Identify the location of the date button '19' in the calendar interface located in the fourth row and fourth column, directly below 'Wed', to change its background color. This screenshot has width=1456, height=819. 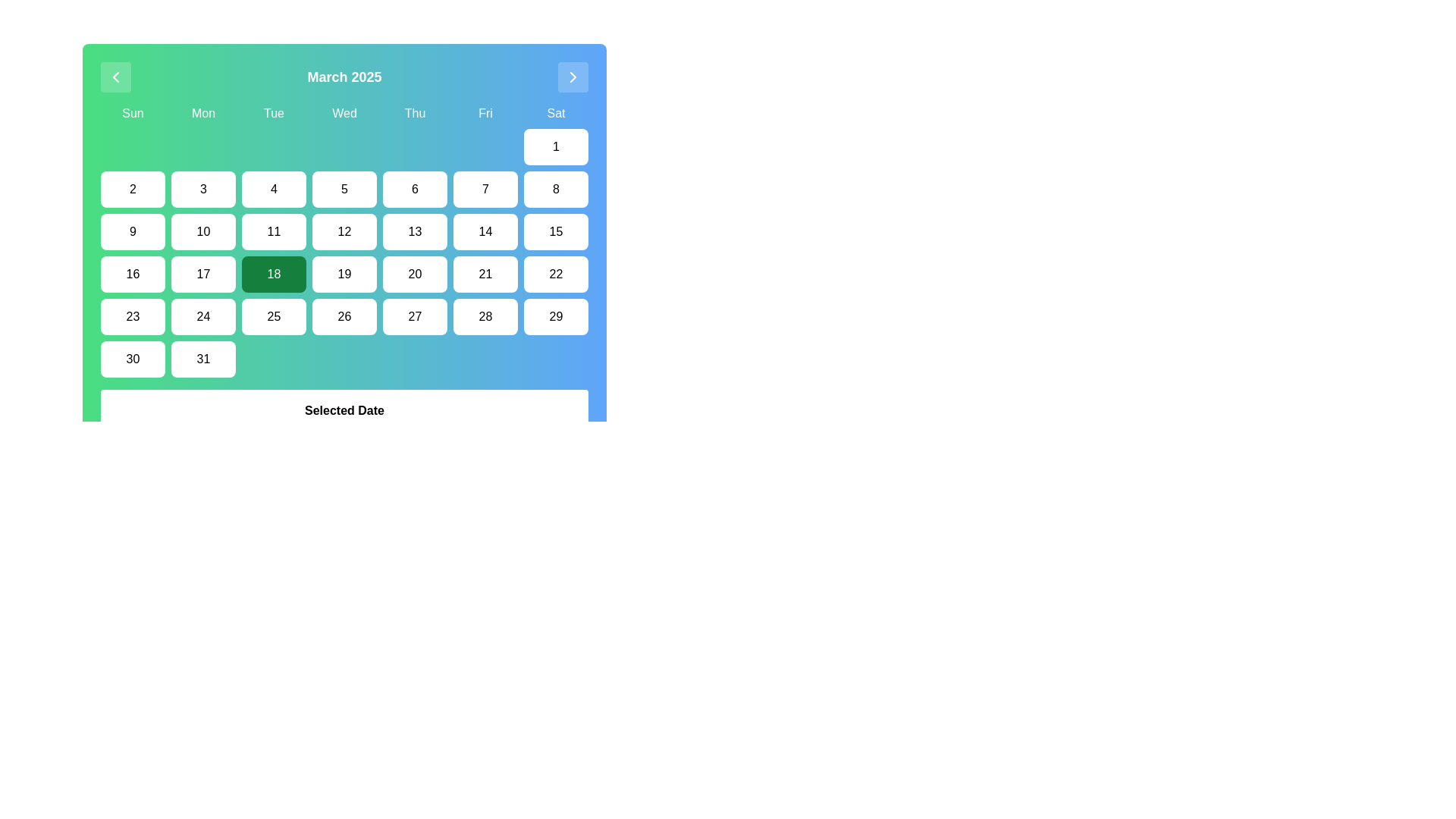
(344, 275).